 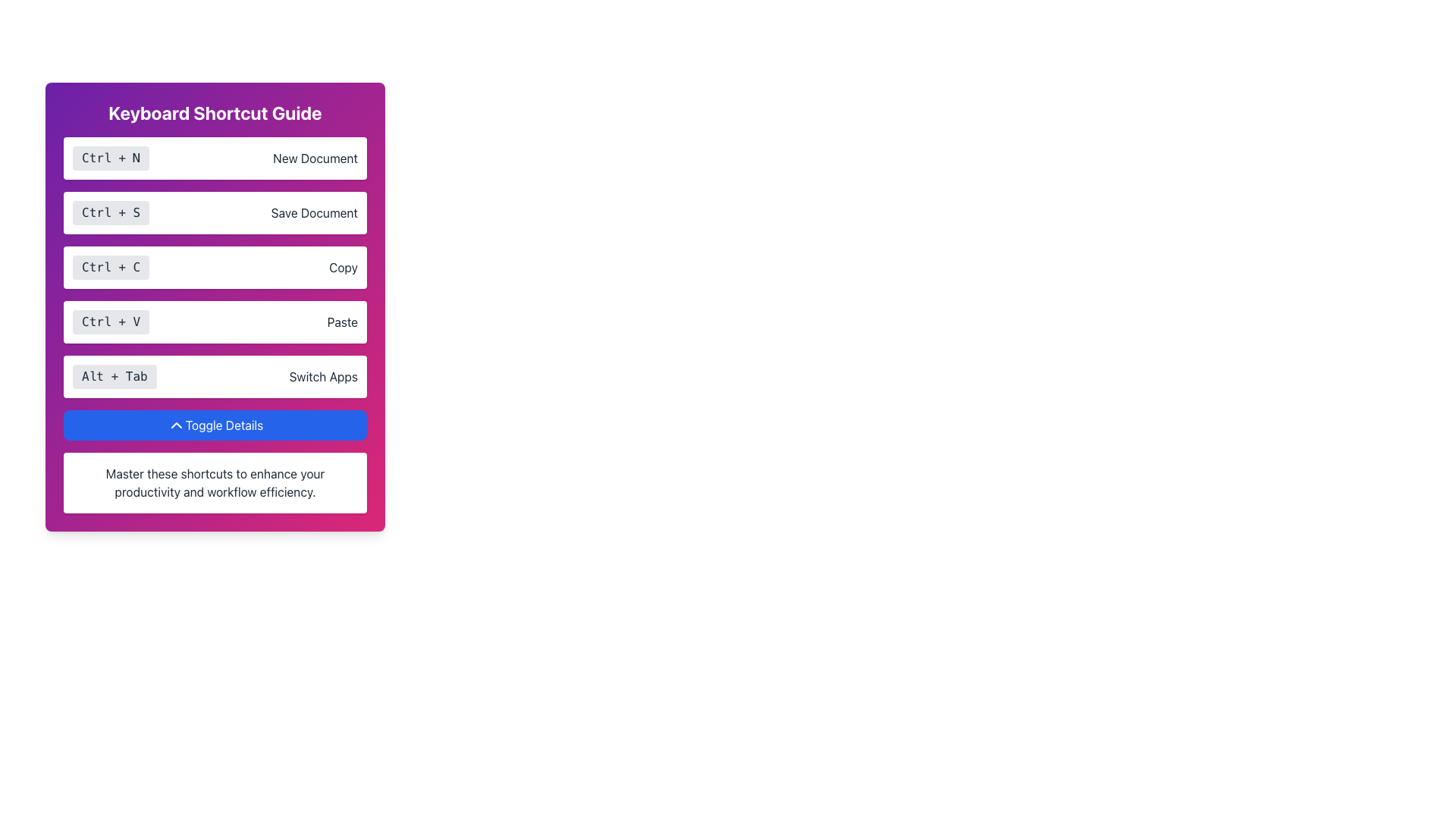 I want to click on the upward-facing chevron icon inside the 'Toggle Details' button, so click(x=176, y=425).